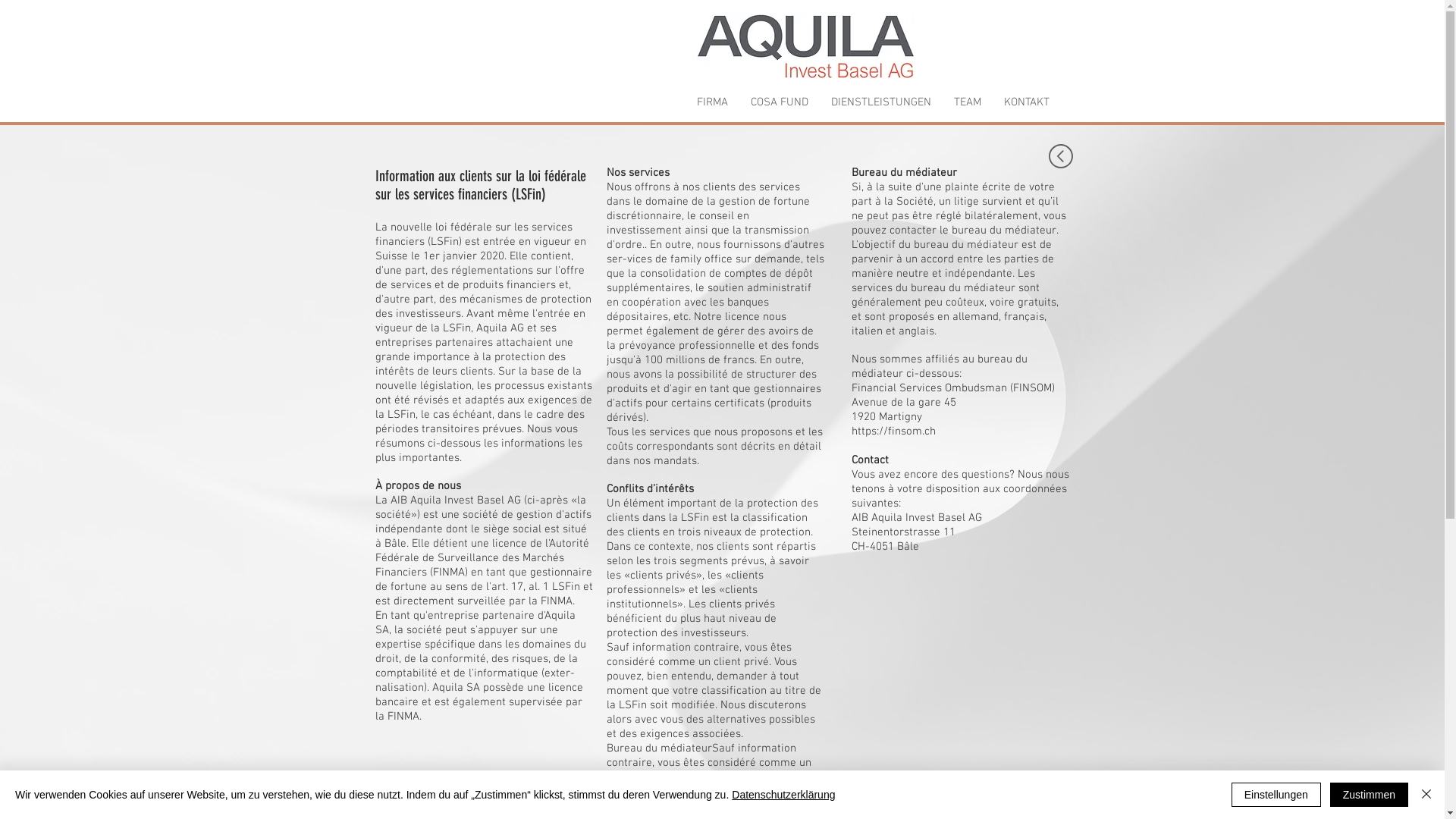 The width and height of the screenshot is (1456, 819). What do you see at coordinates (966, 102) in the screenshot?
I see `'TEAM'` at bounding box center [966, 102].